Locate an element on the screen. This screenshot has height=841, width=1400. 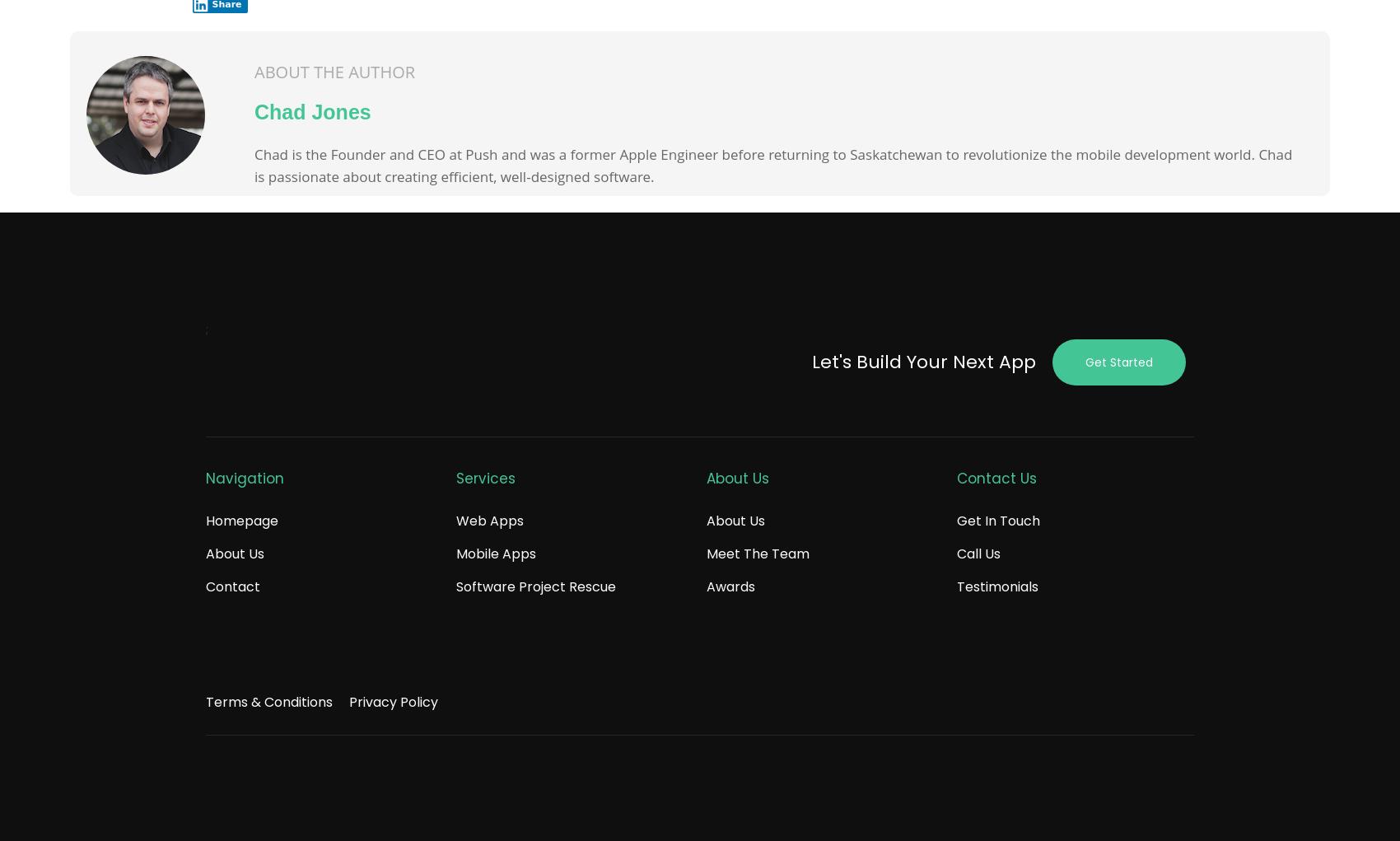
'Chad is the Founder and CEO at Push and was a former Apple Engineer before returning to Saskatchewan to revolutionize the mobile development world. Chad is passionate about creating efficient, well-designed software.' is located at coordinates (773, 165).